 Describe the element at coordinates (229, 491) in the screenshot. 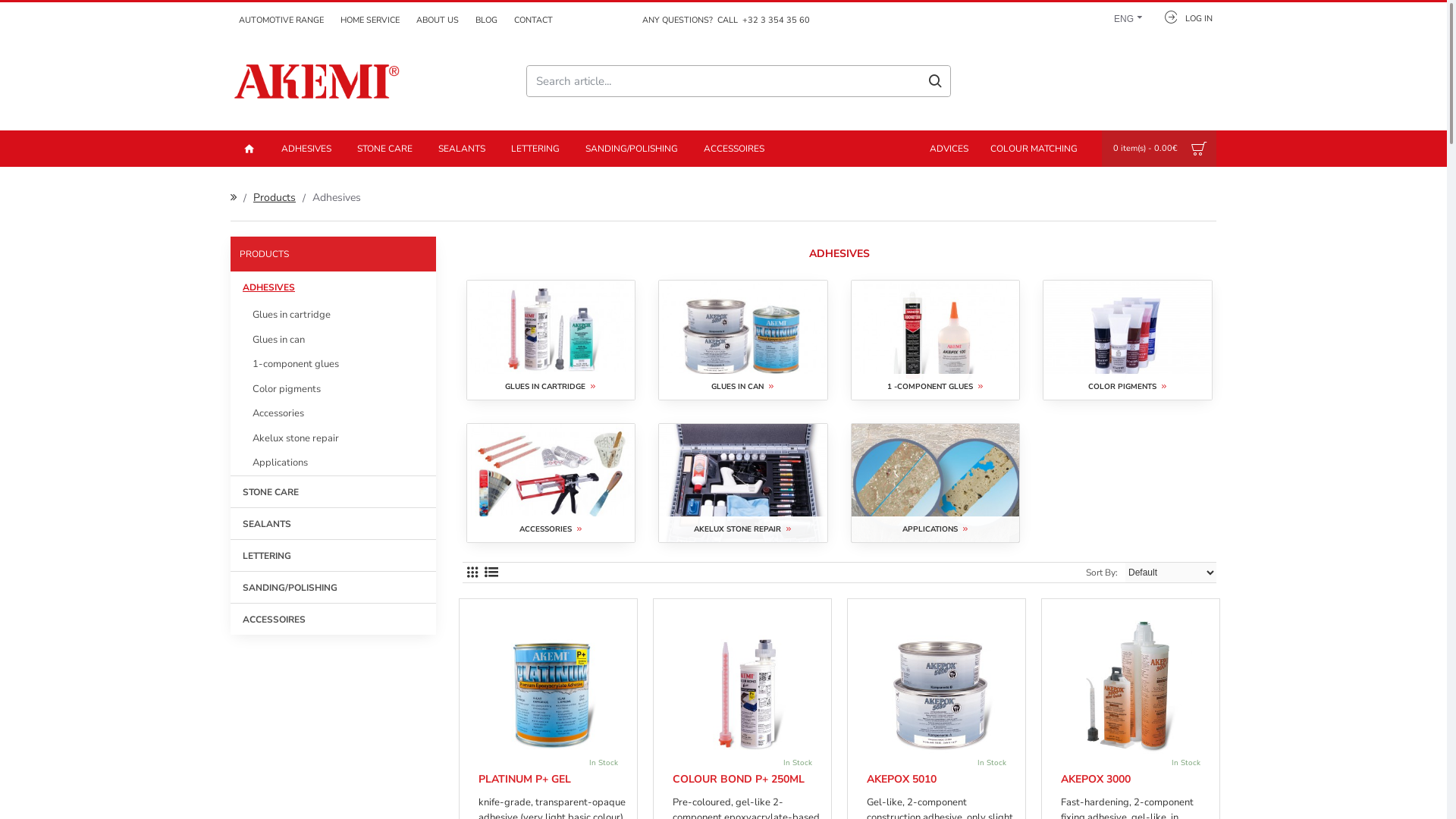

I see `'STONE CARE'` at that location.